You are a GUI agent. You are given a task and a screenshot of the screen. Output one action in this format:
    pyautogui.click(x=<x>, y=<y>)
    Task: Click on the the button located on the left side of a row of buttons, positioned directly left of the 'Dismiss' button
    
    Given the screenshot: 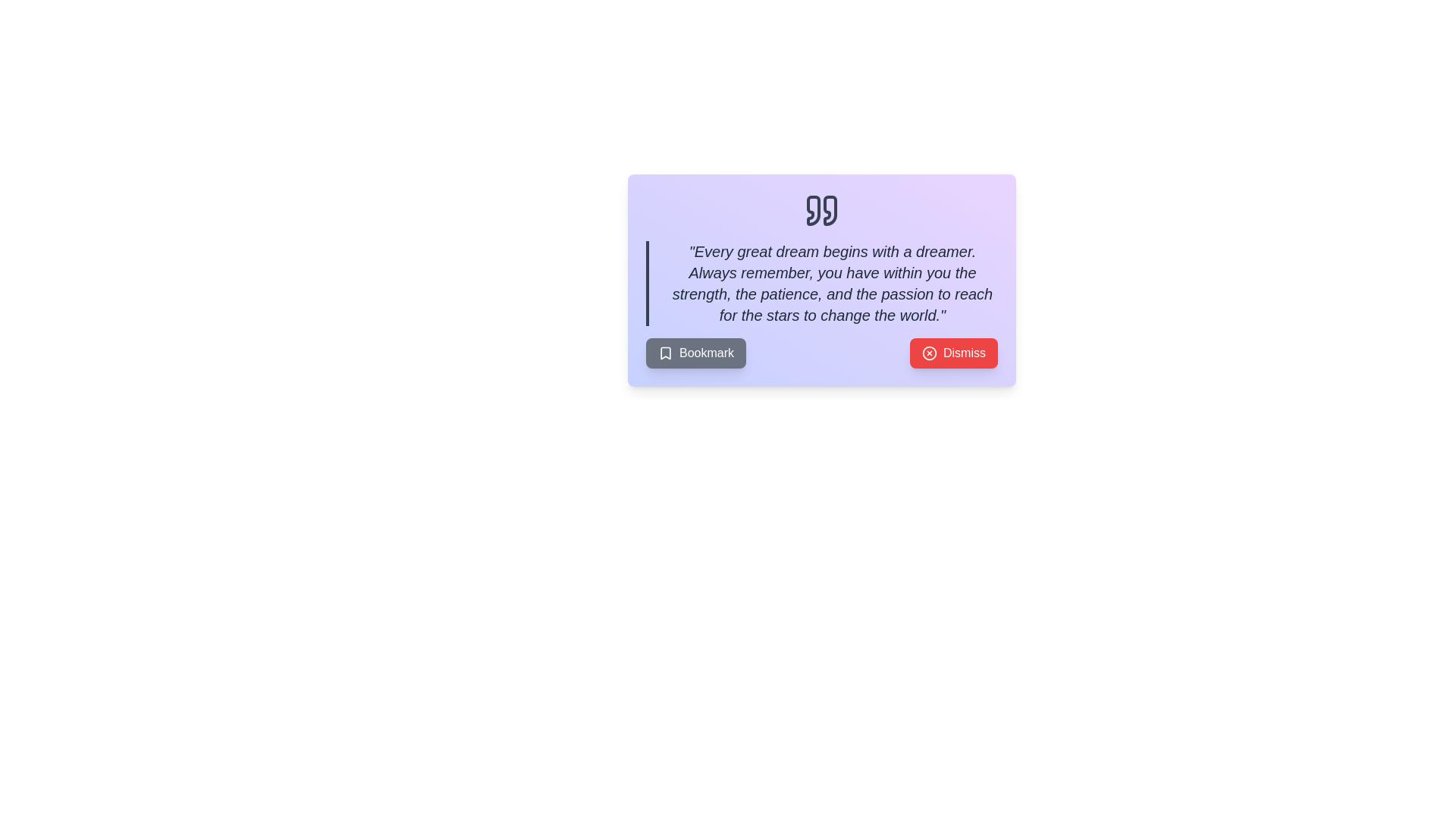 What is the action you would take?
    pyautogui.click(x=695, y=353)
    